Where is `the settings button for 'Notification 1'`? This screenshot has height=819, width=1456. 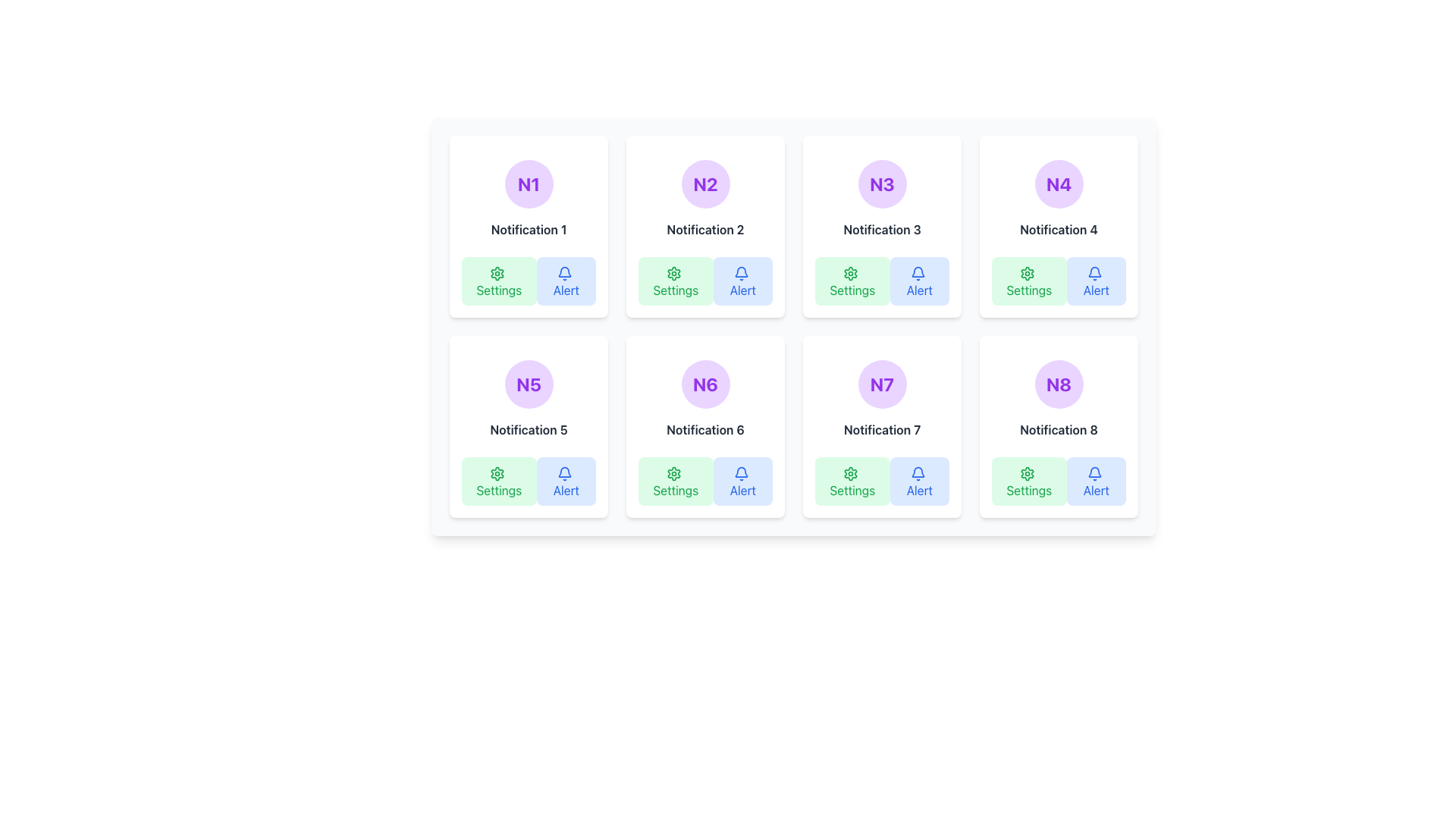
the settings button for 'Notification 1' is located at coordinates (499, 281).